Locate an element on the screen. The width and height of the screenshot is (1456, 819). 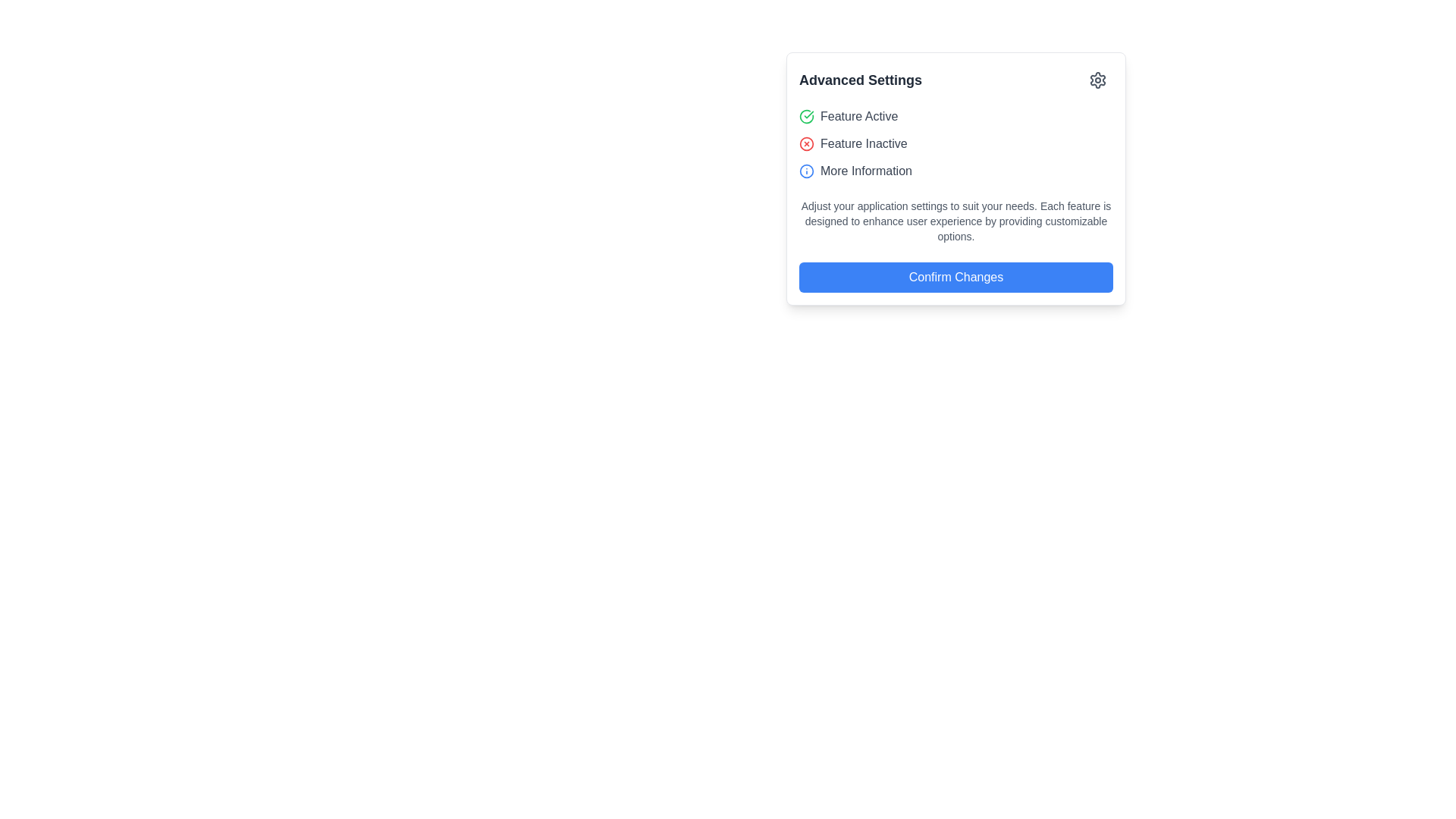
the gear icon located at the top-right corner of the modal is located at coordinates (1098, 80).